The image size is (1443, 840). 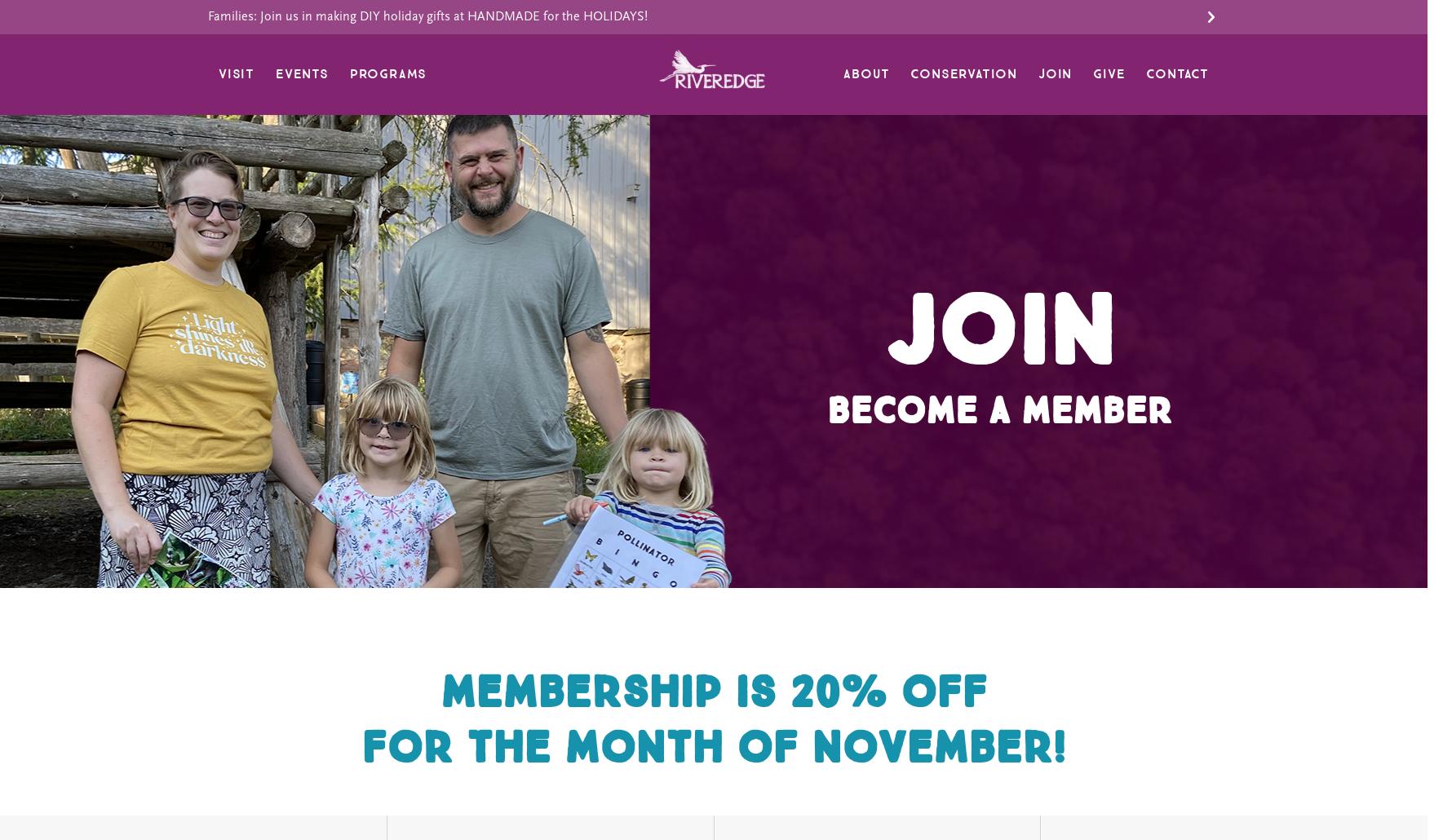 What do you see at coordinates (1093, 73) in the screenshot?
I see `'Give'` at bounding box center [1093, 73].